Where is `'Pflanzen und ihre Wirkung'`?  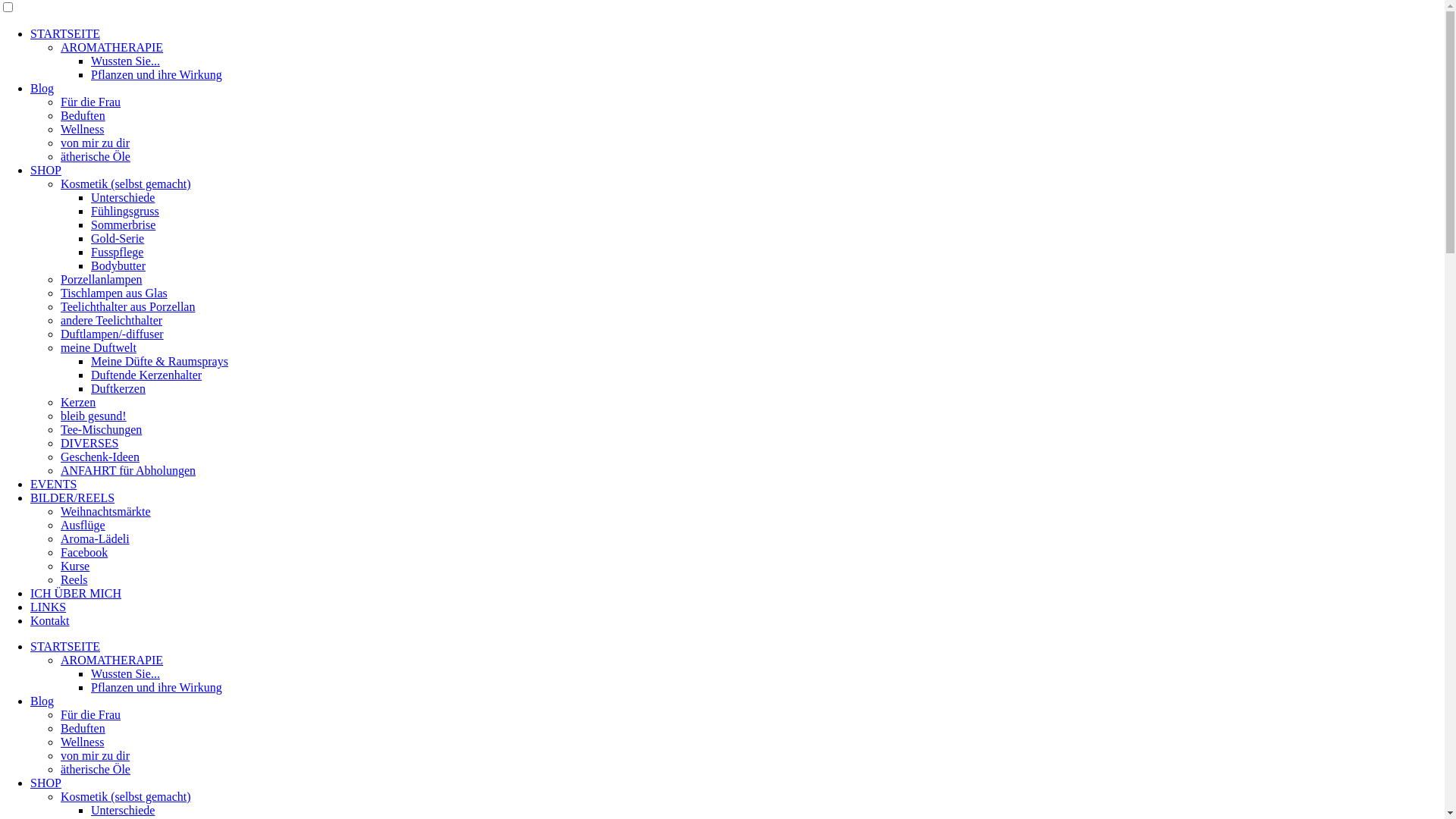
'Pflanzen und ihre Wirkung' is located at coordinates (156, 687).